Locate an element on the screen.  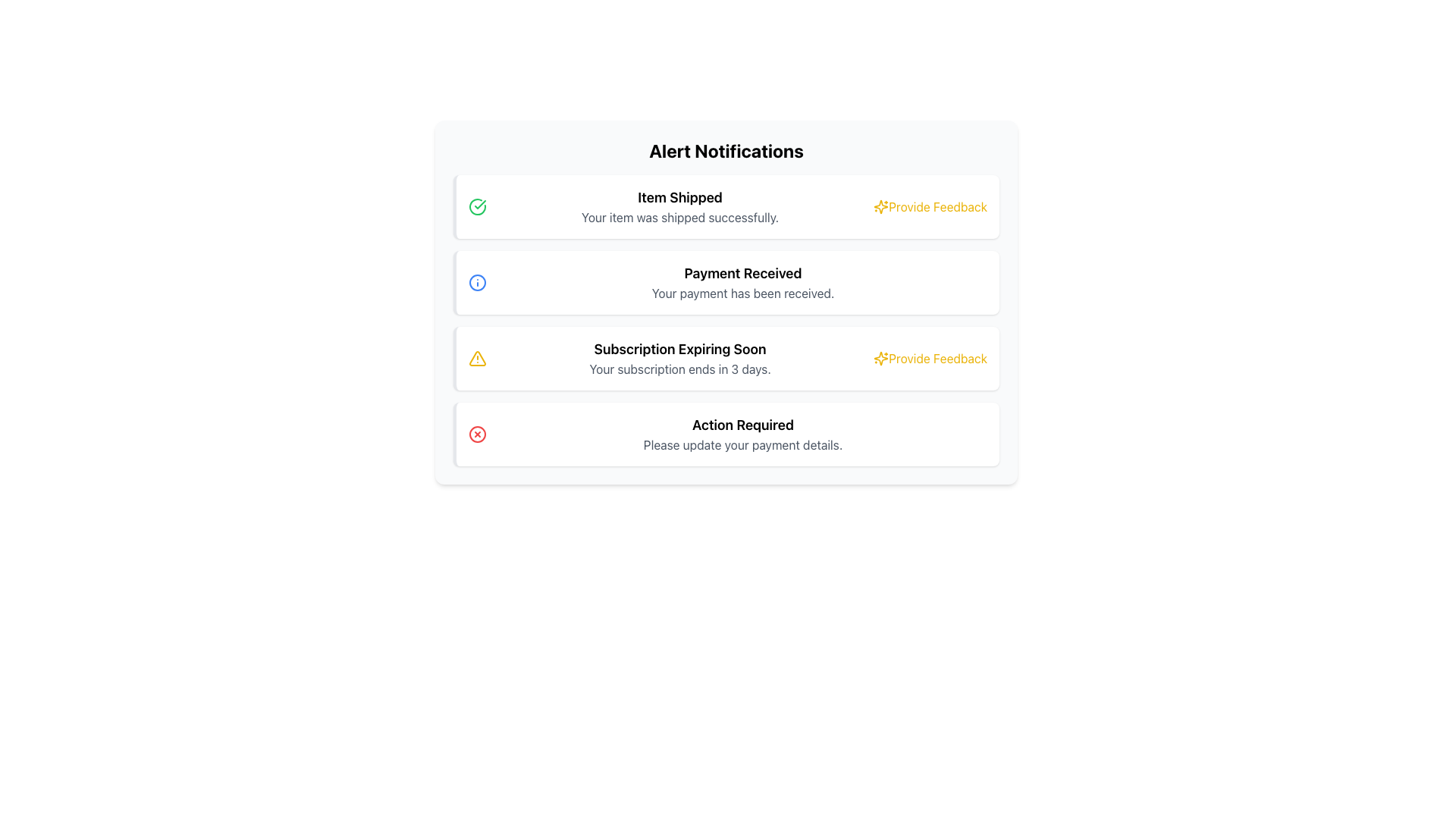
the central circle of the 'Payment Received' alert icon, which is styled with a stroke color and has no fill is located at coordinates (476, 283).